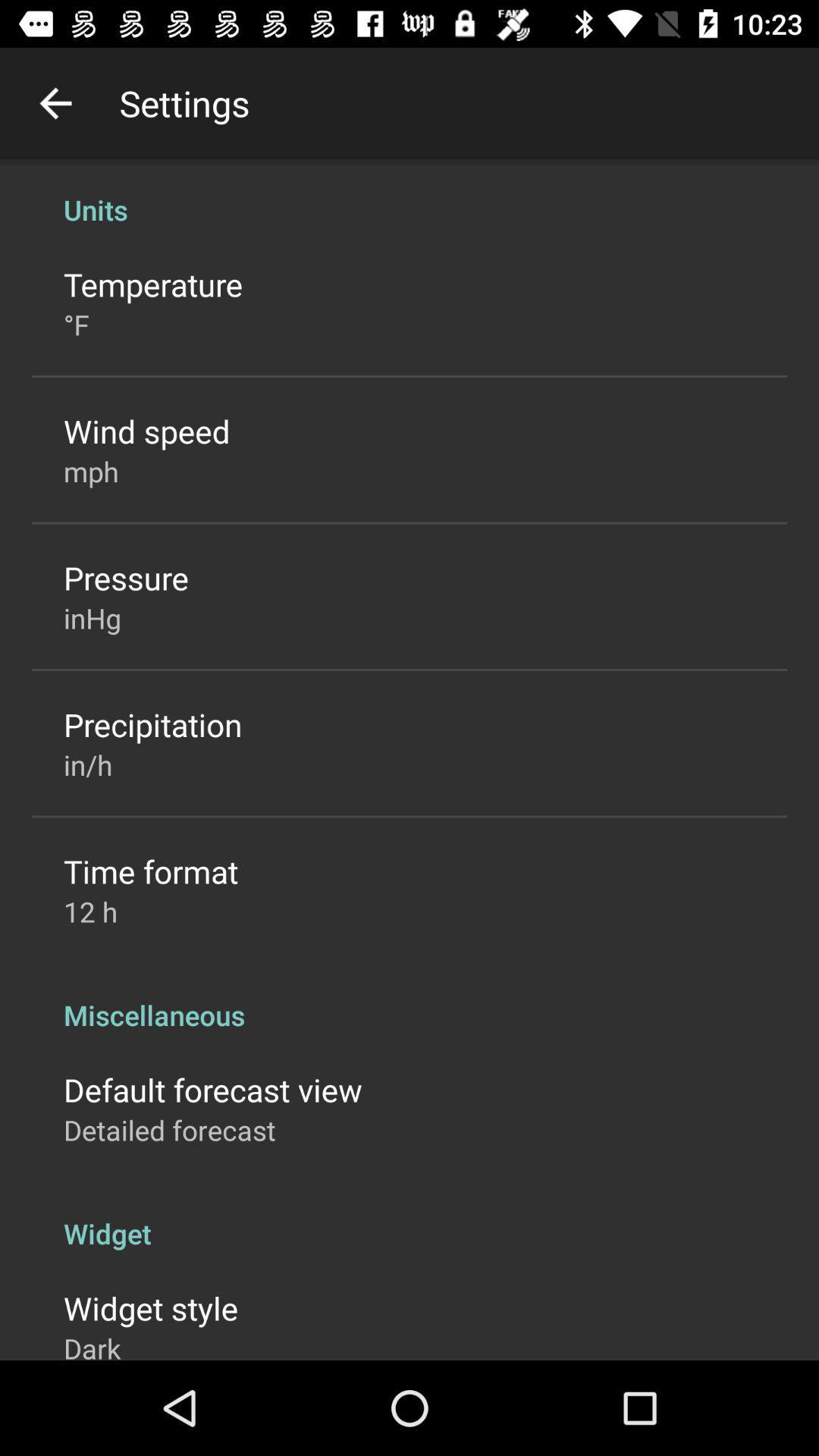 The width and height of the screenshot is (819, 1456). I want to click on item next to settings, so click(55, 102).